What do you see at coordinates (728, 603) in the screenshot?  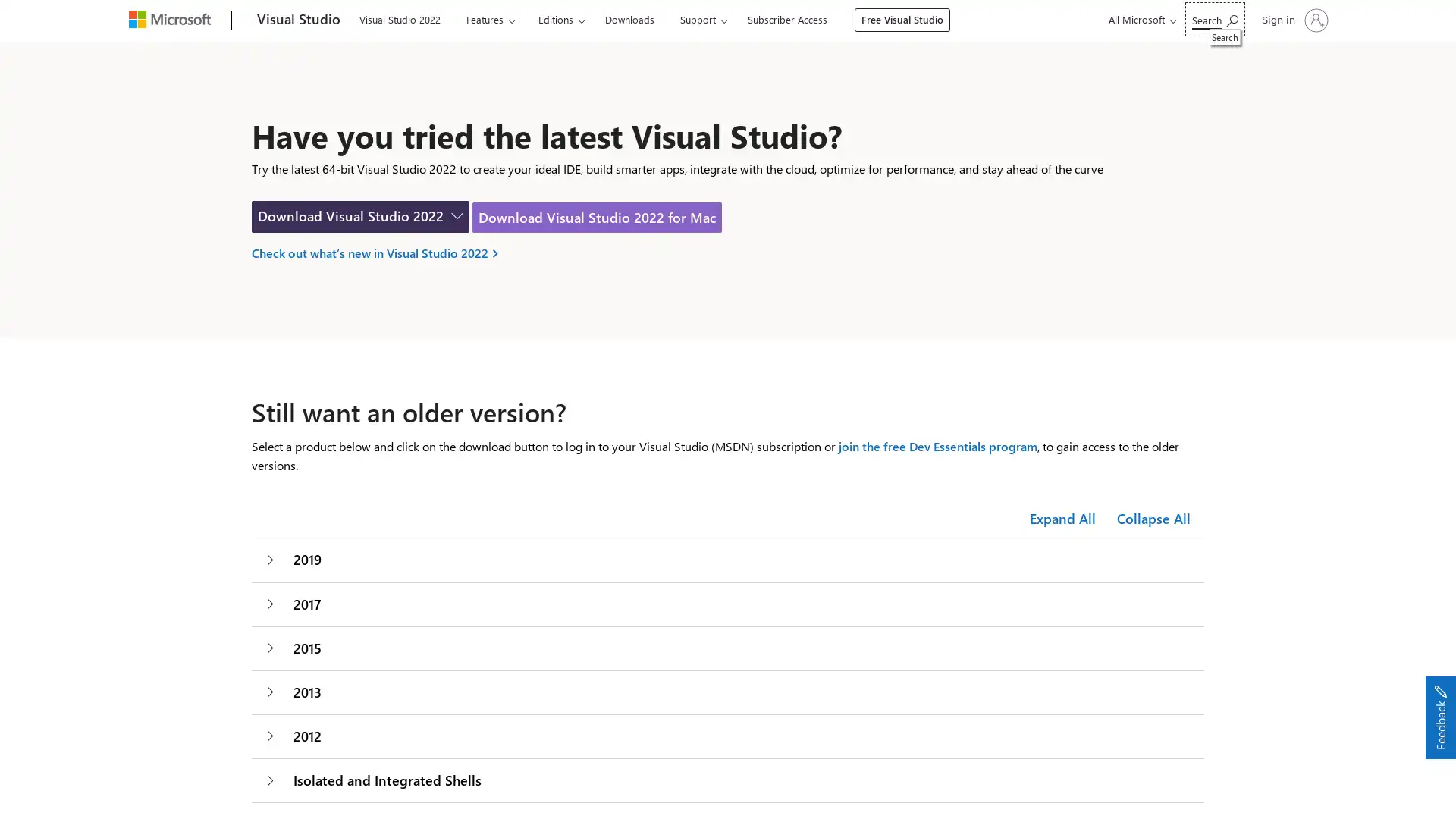 I see `2017` at bounding box center [728, 603].